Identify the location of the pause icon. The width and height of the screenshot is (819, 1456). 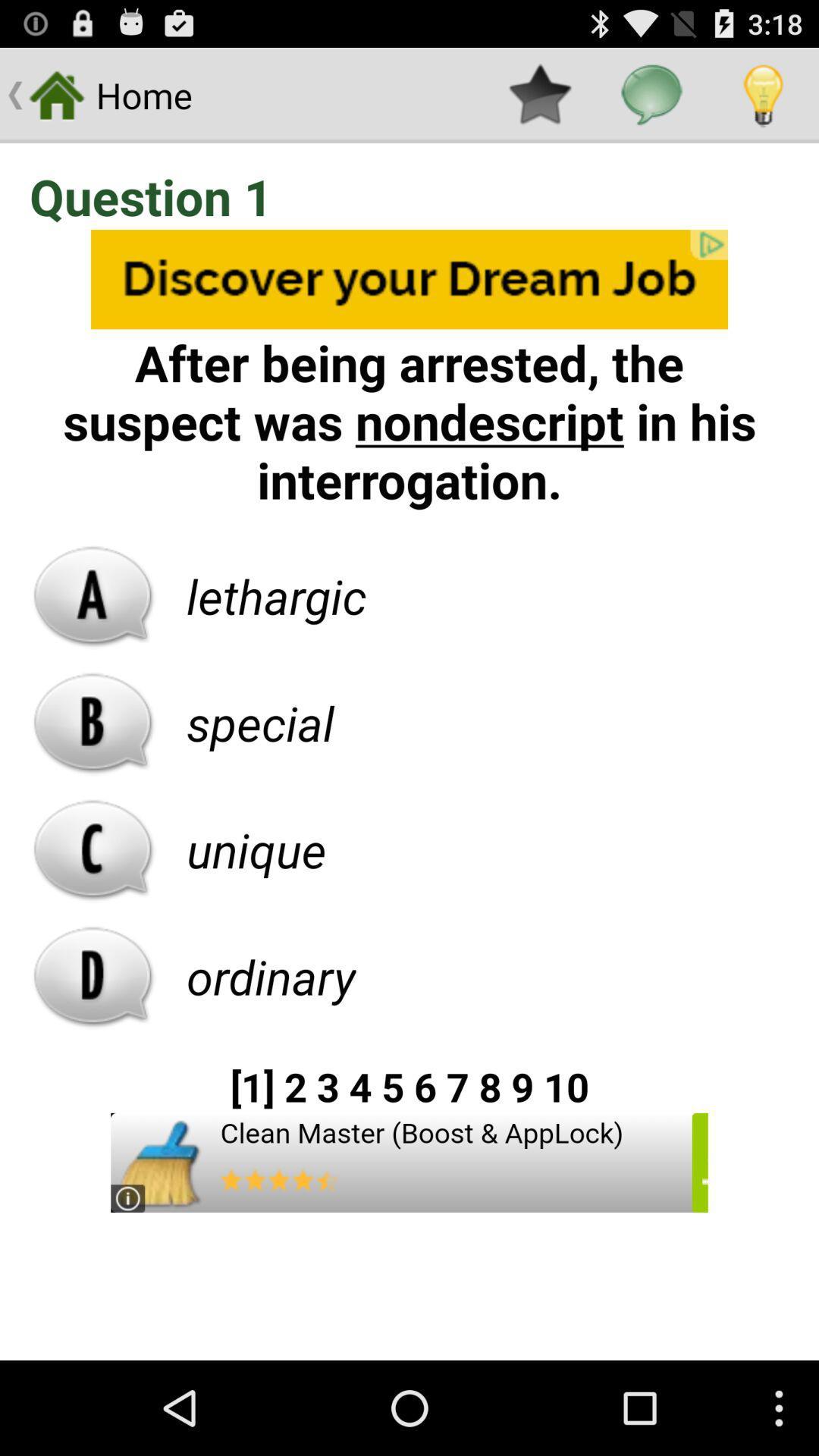
(93, 1044).